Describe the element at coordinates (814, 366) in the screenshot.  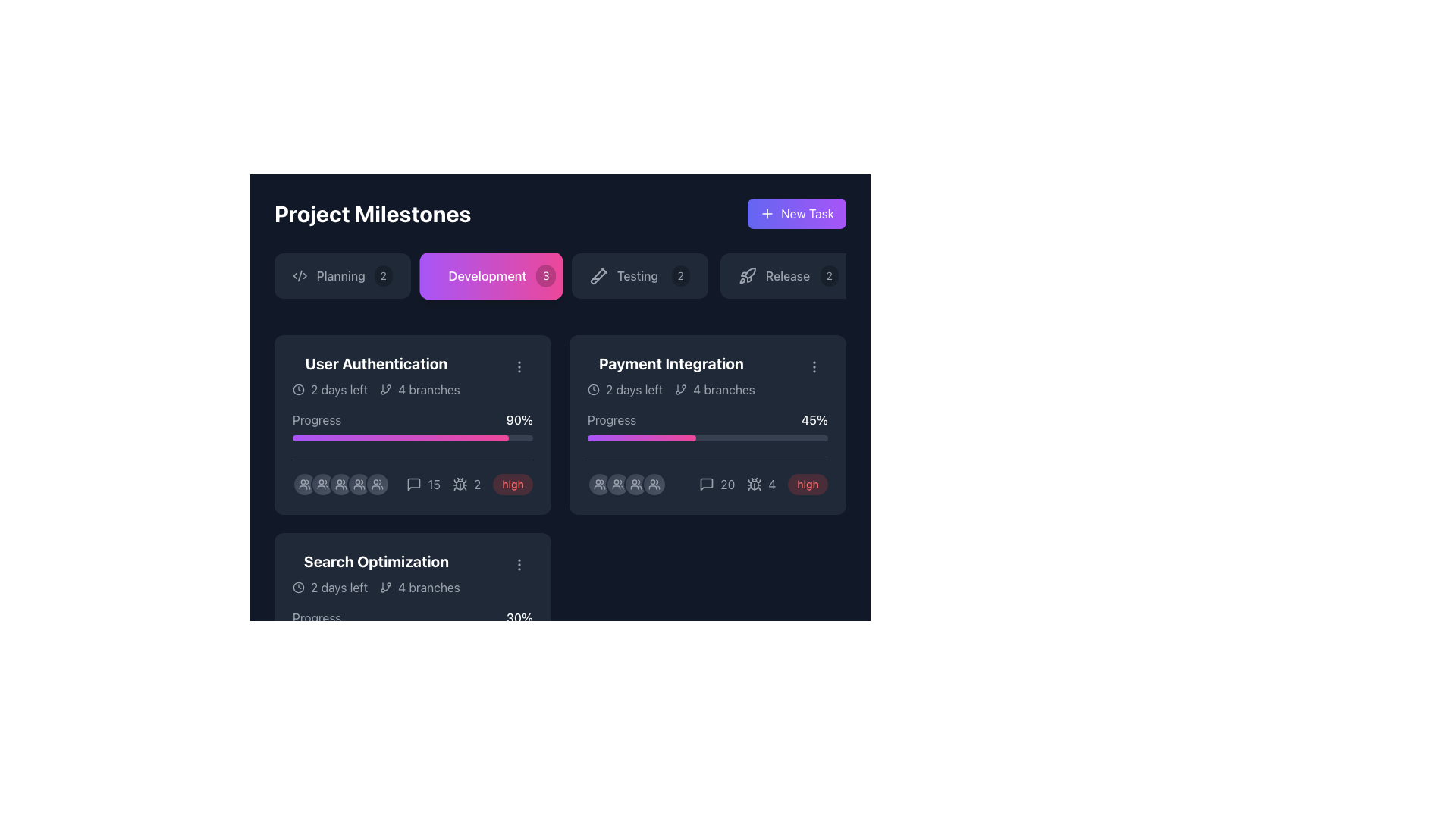
I see `the vertical ellipsis icon located in the top-right corner of the 'Payment Integration' card` at that location.